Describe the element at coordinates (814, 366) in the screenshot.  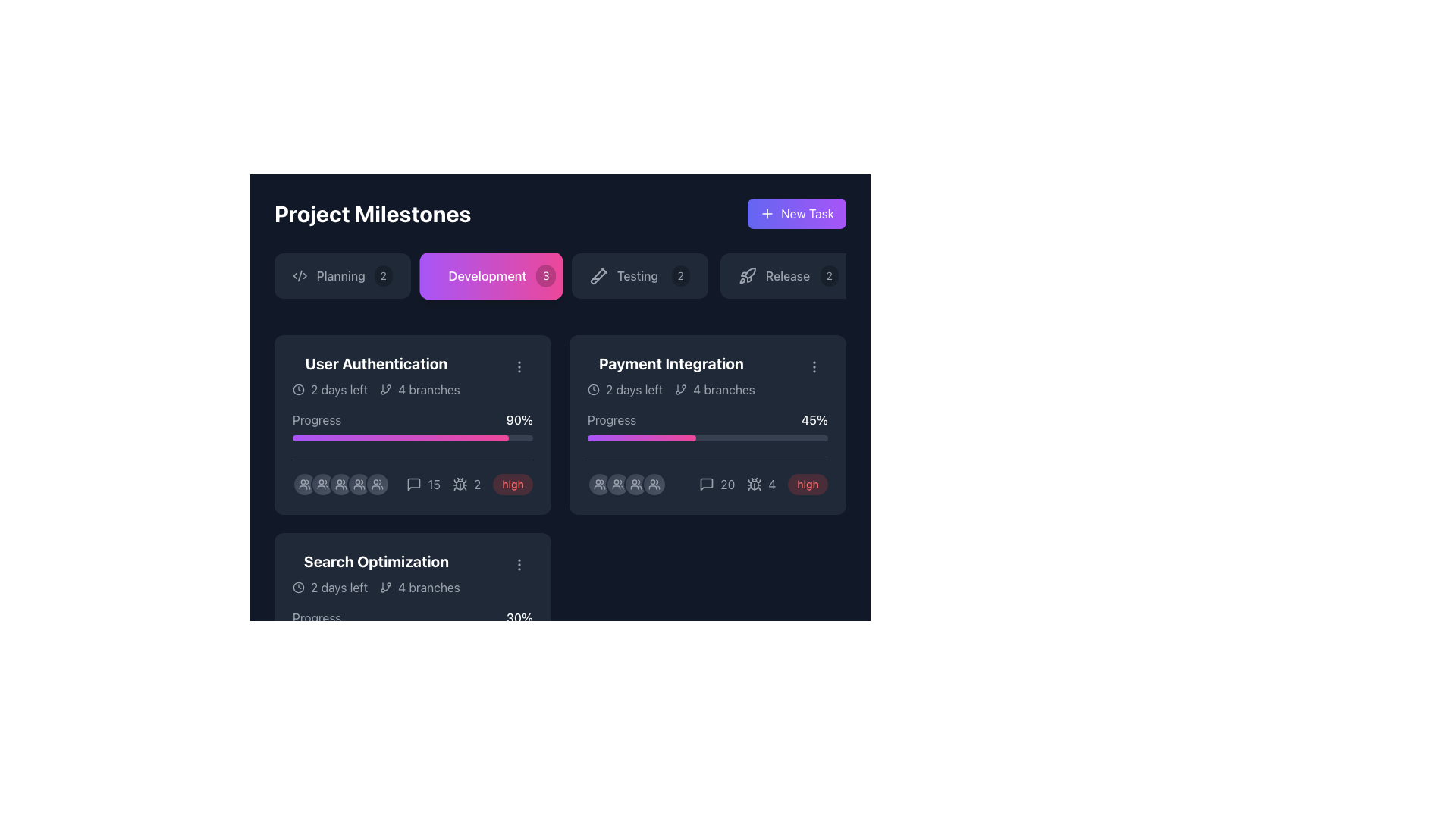
I see `the vertical ellipsis icon located in the top-right corner of the 'Payment Integration' card` at that location.